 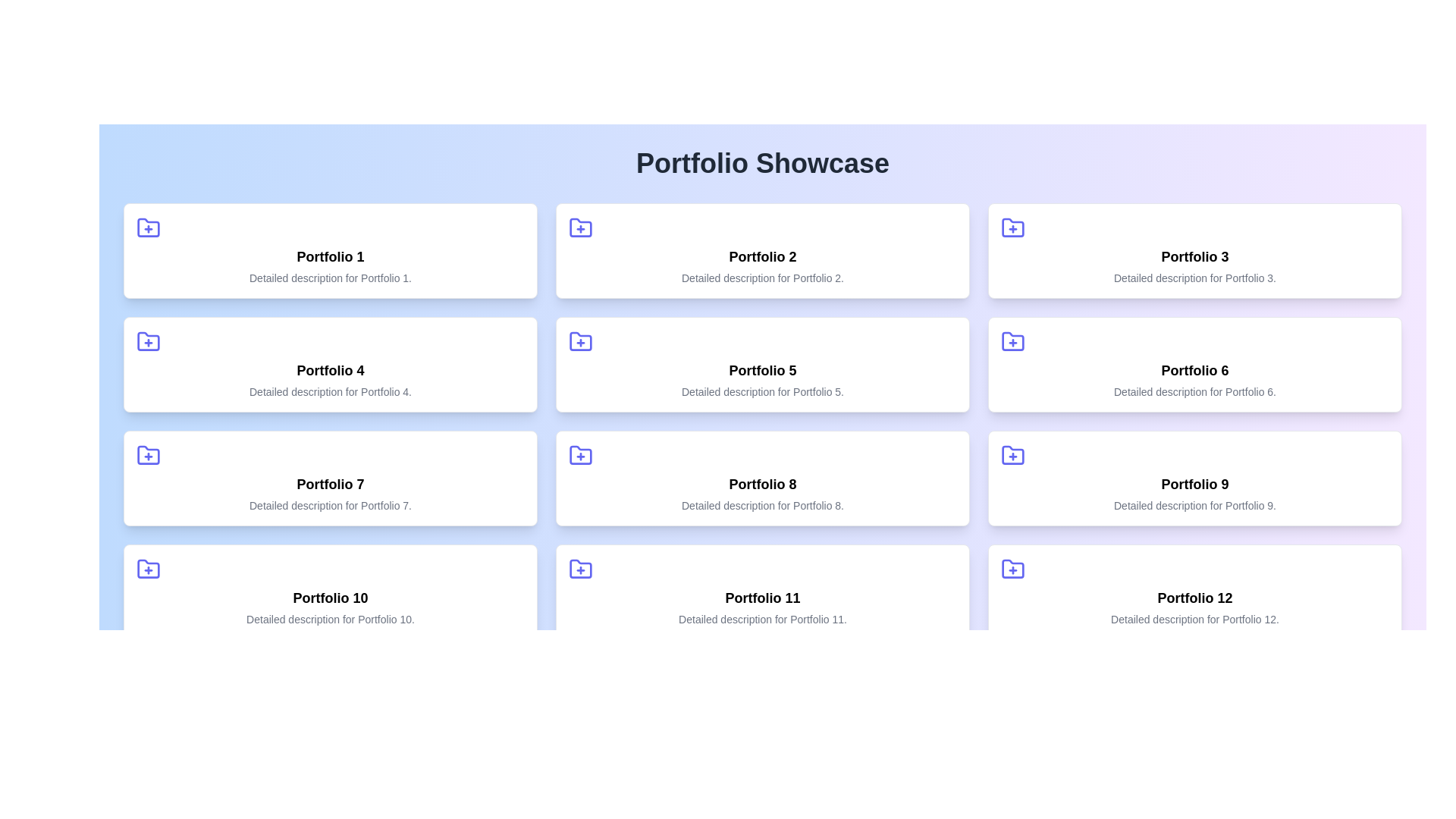 I want to click on the Card element displaying 'Portfolio 11' with a blue folder icon, located in the fourth row, middle column of the grid layout, so click(x=763, y=591).